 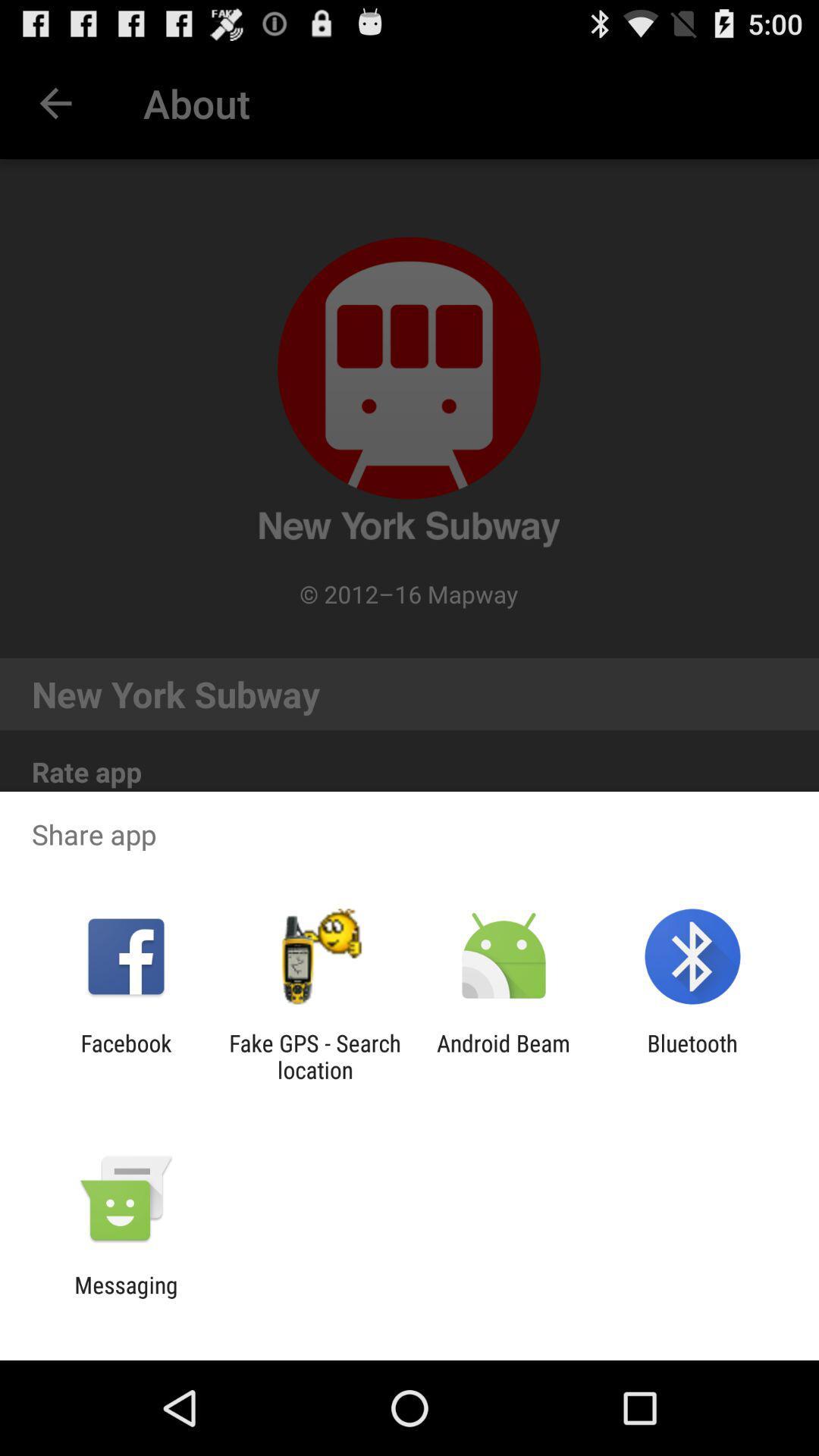 What do you see at coordinates (692, 1056) in the screenshot?
I see `item at the bottom right corner` at bounding box center [692, 1056].